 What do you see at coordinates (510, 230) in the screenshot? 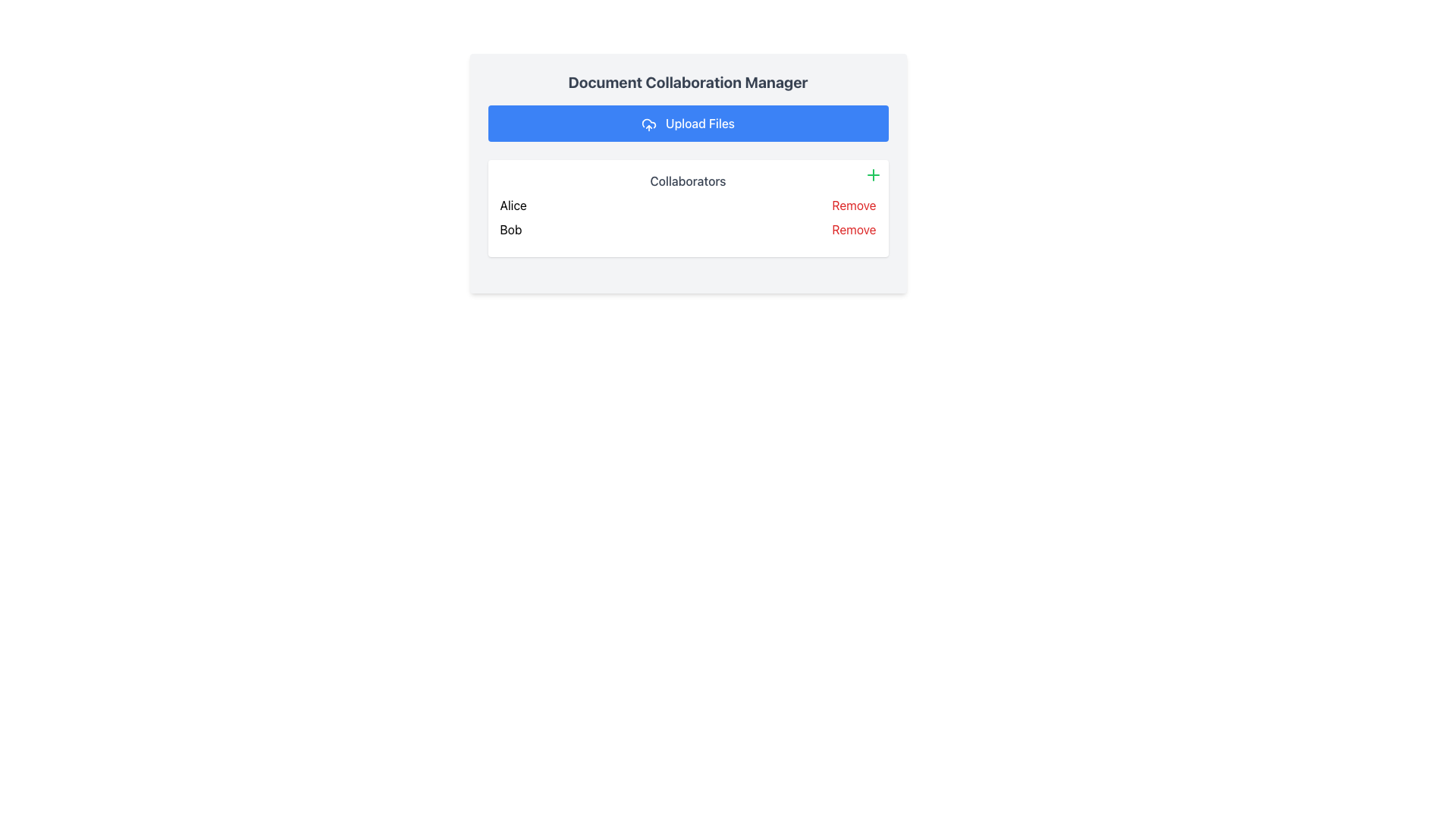
I see `the text label displaying the name 'Bob', which is in bold black text on a white background, located in the collaborators list` at bounding box center [510, 230].